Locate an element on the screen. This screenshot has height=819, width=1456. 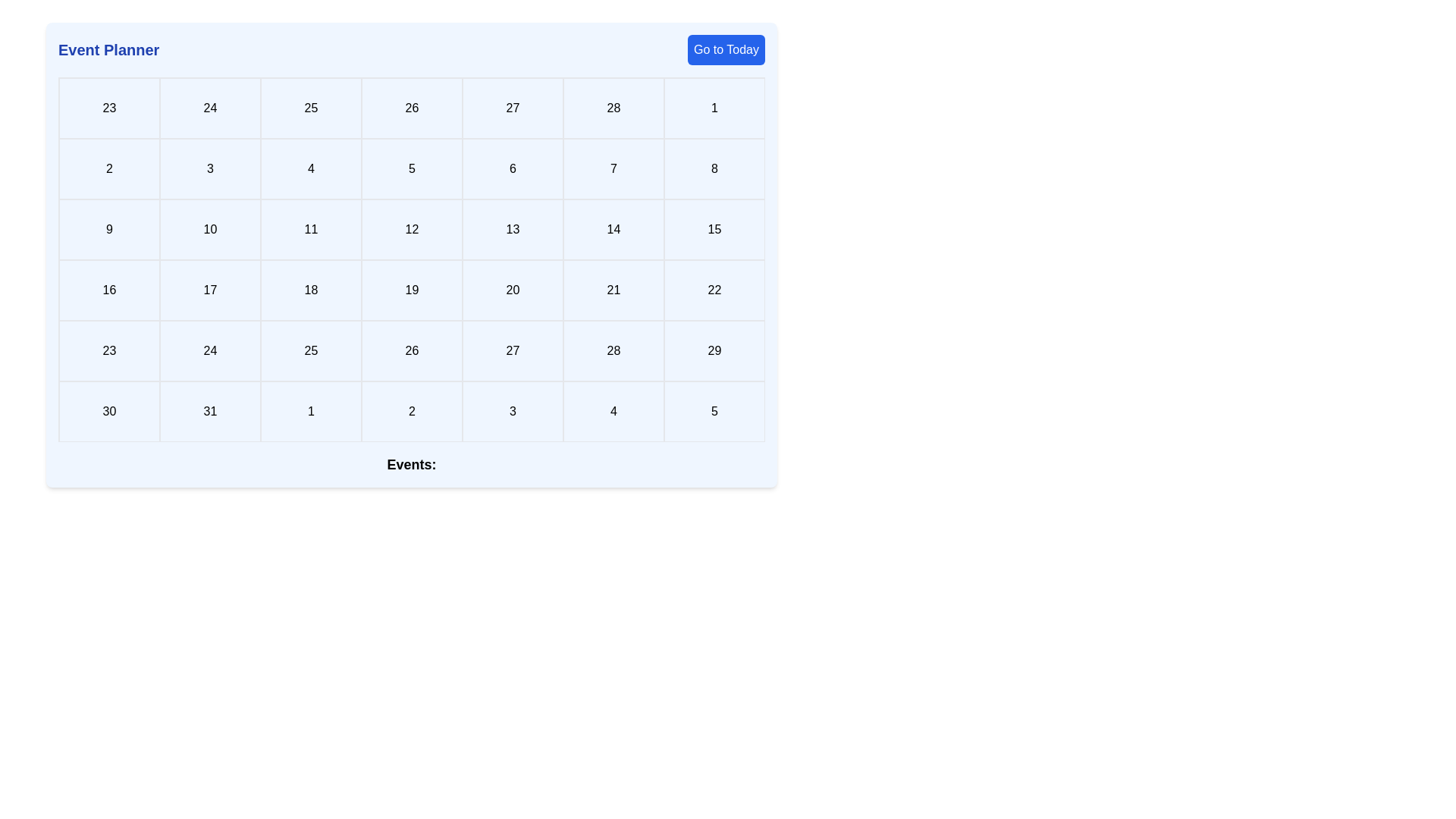
the Calendar day cell element displaying '14', which is located is located at coordinates (613, 230).